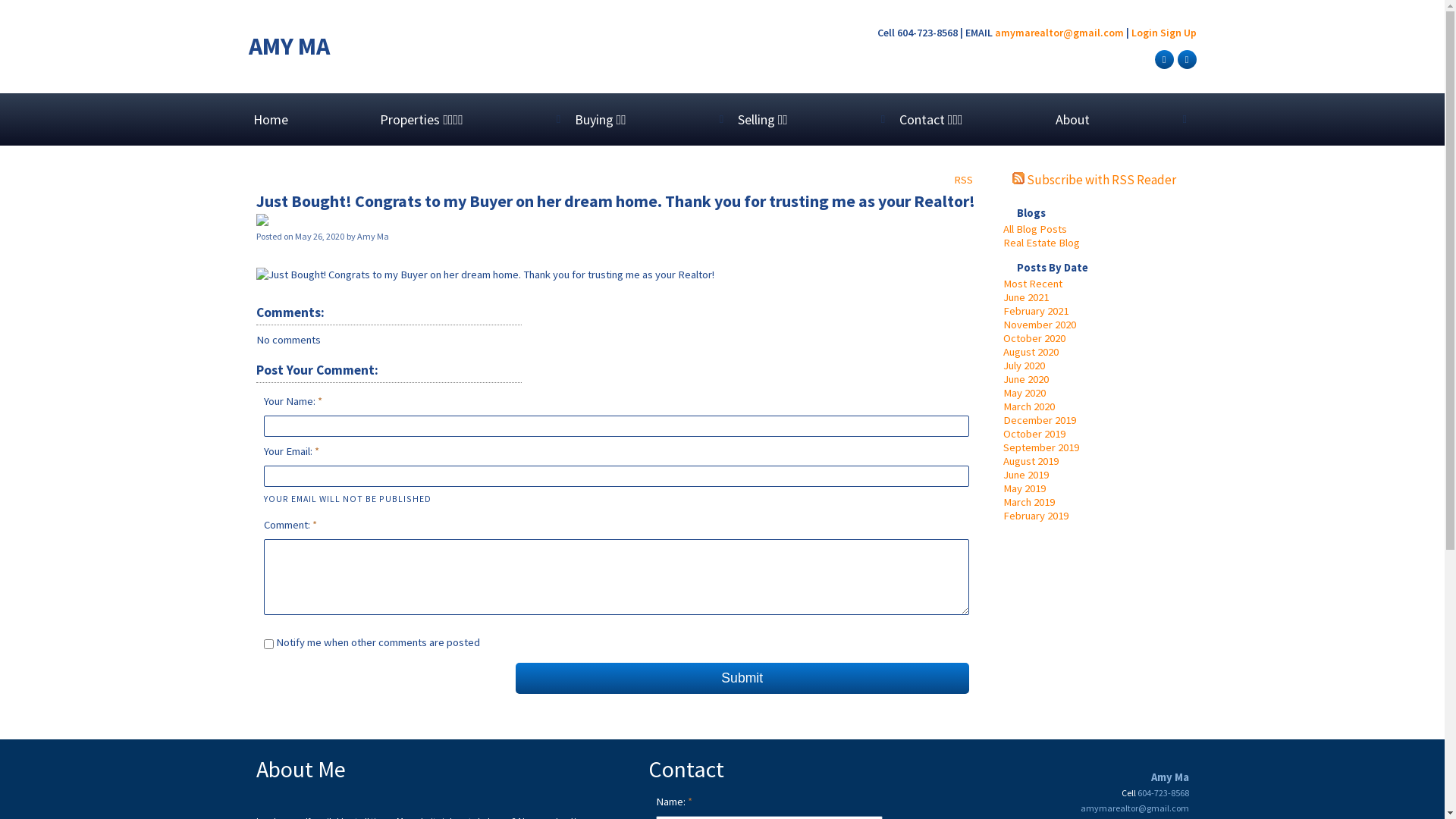 Image resolution: width=1456 pixels, height=819 pixels. Describe the element at coordinates (1025, 378) in the screenshot. I see `'June 2020'` at that location.